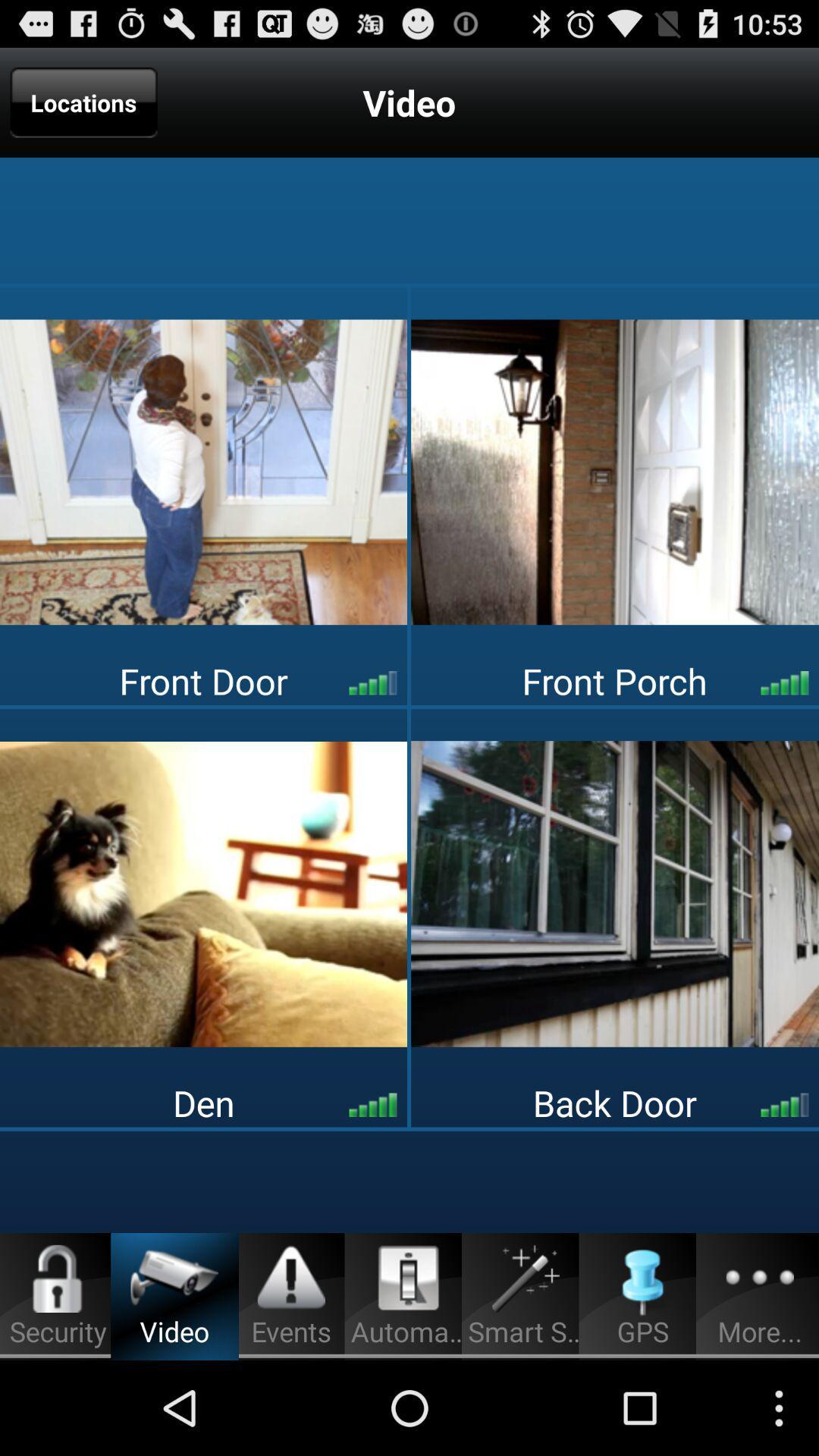 The width and height of the screenshot is (819, 1456). What do you see at coordinates (202, 471) in the screenshot?
I see `video for front door` at bounding box center [202, 471].